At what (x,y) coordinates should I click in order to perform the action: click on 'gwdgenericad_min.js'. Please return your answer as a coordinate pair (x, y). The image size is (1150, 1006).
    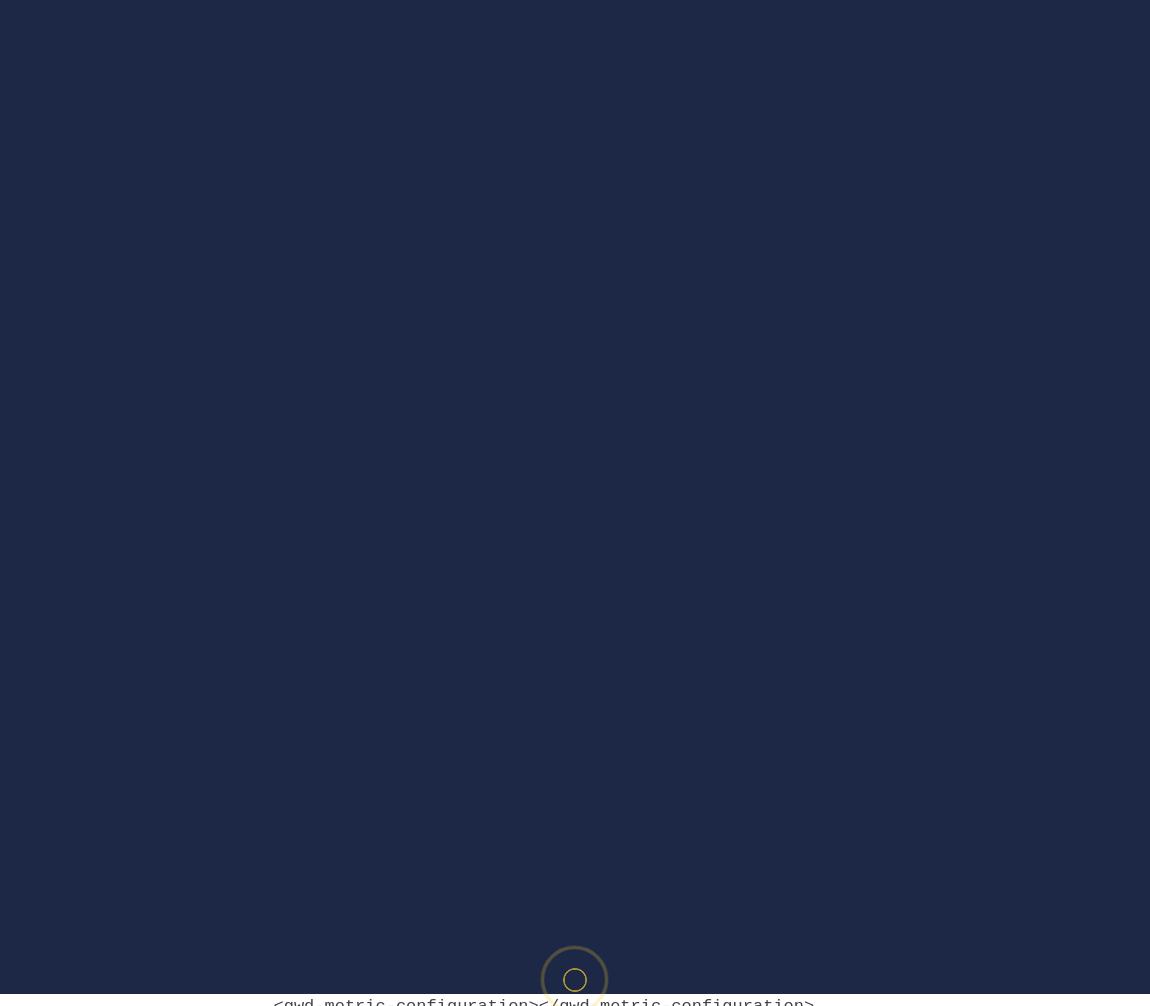
    Looking at the image, I should click on (375, 268).